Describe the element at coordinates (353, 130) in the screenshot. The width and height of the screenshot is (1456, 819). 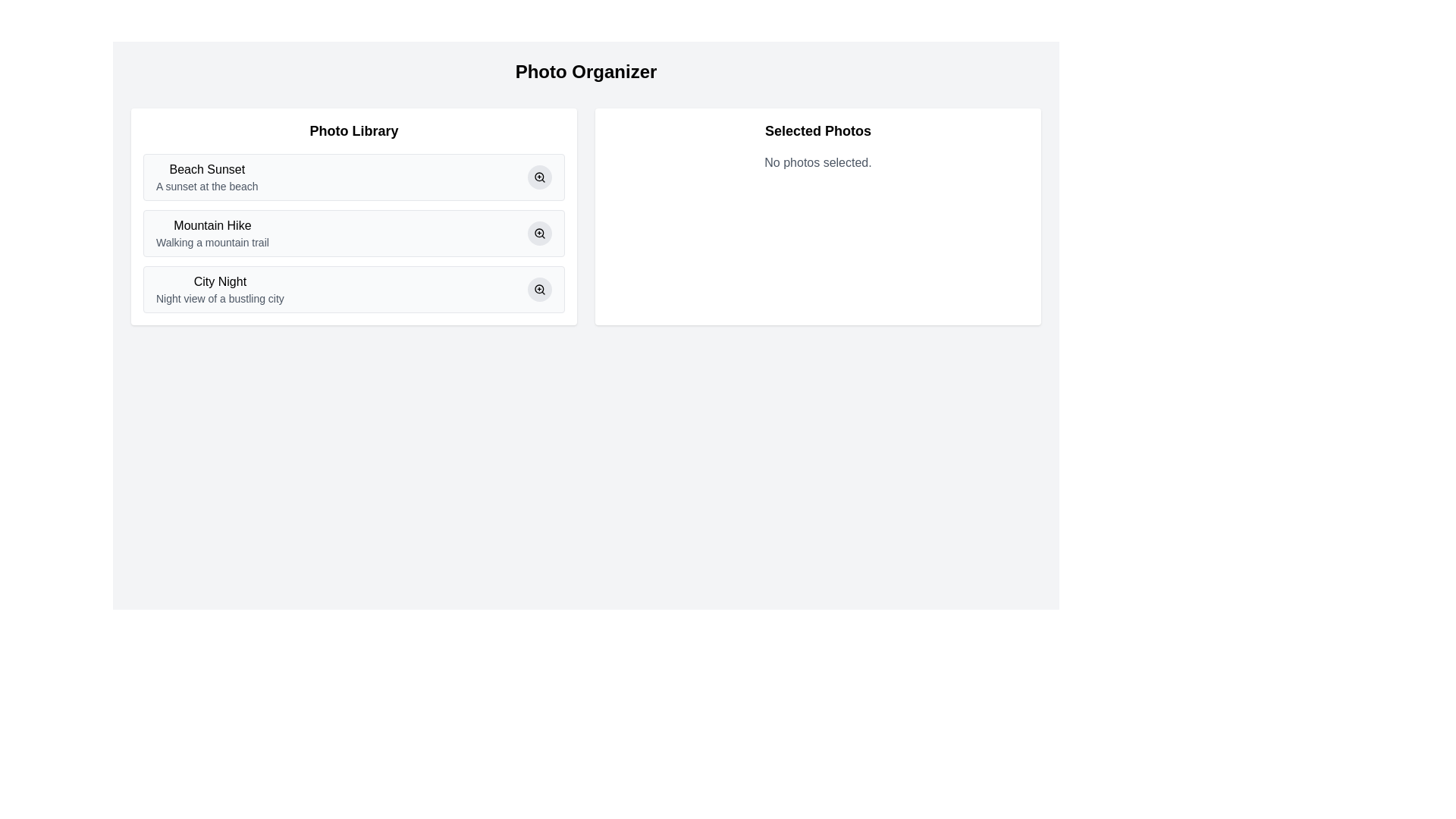
I see `the 'Photo Library' text label located at the top of the left column in the two-column layout` at that location.